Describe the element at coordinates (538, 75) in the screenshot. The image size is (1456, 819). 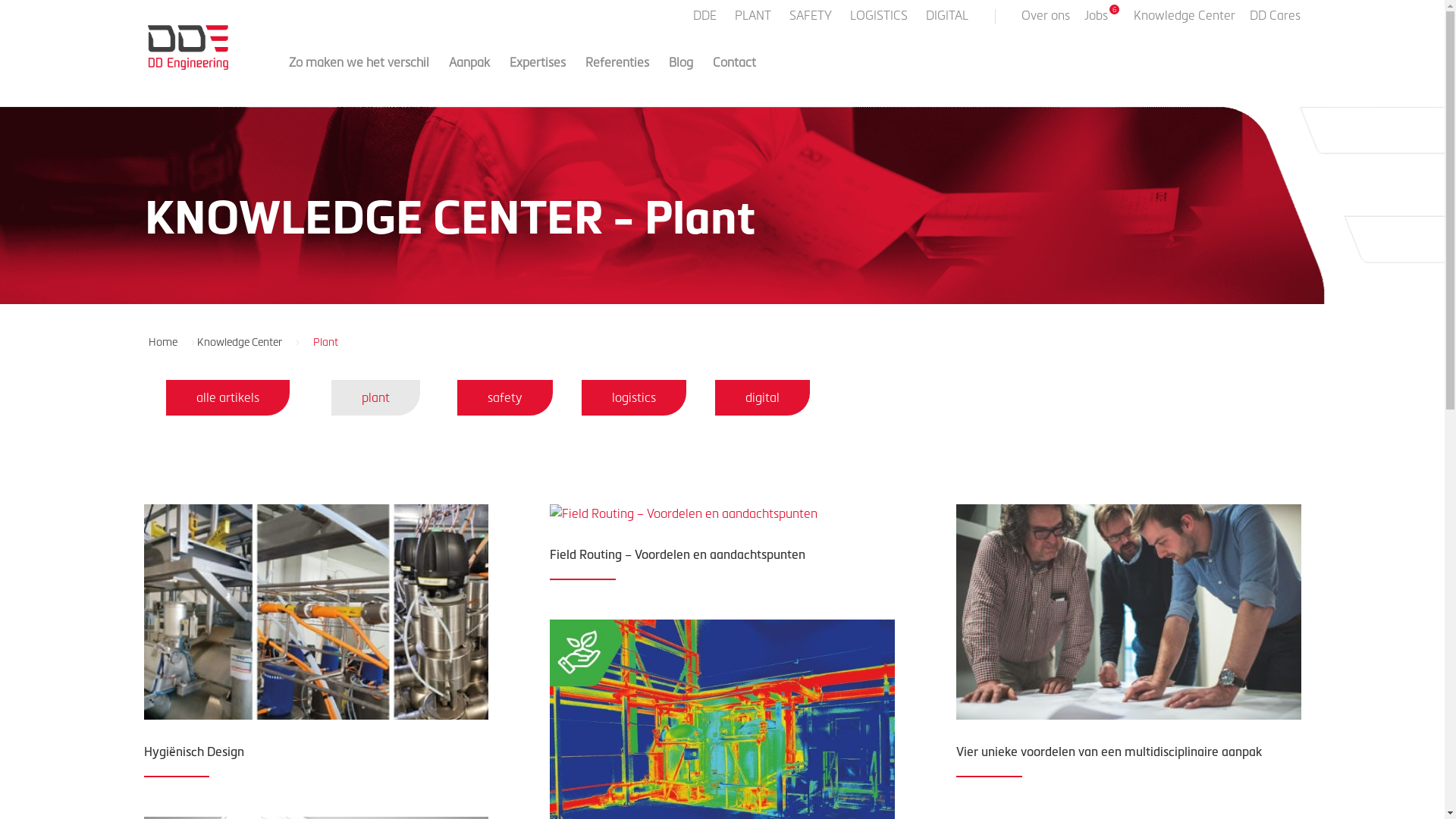
I see `'Expertises'` at that location.